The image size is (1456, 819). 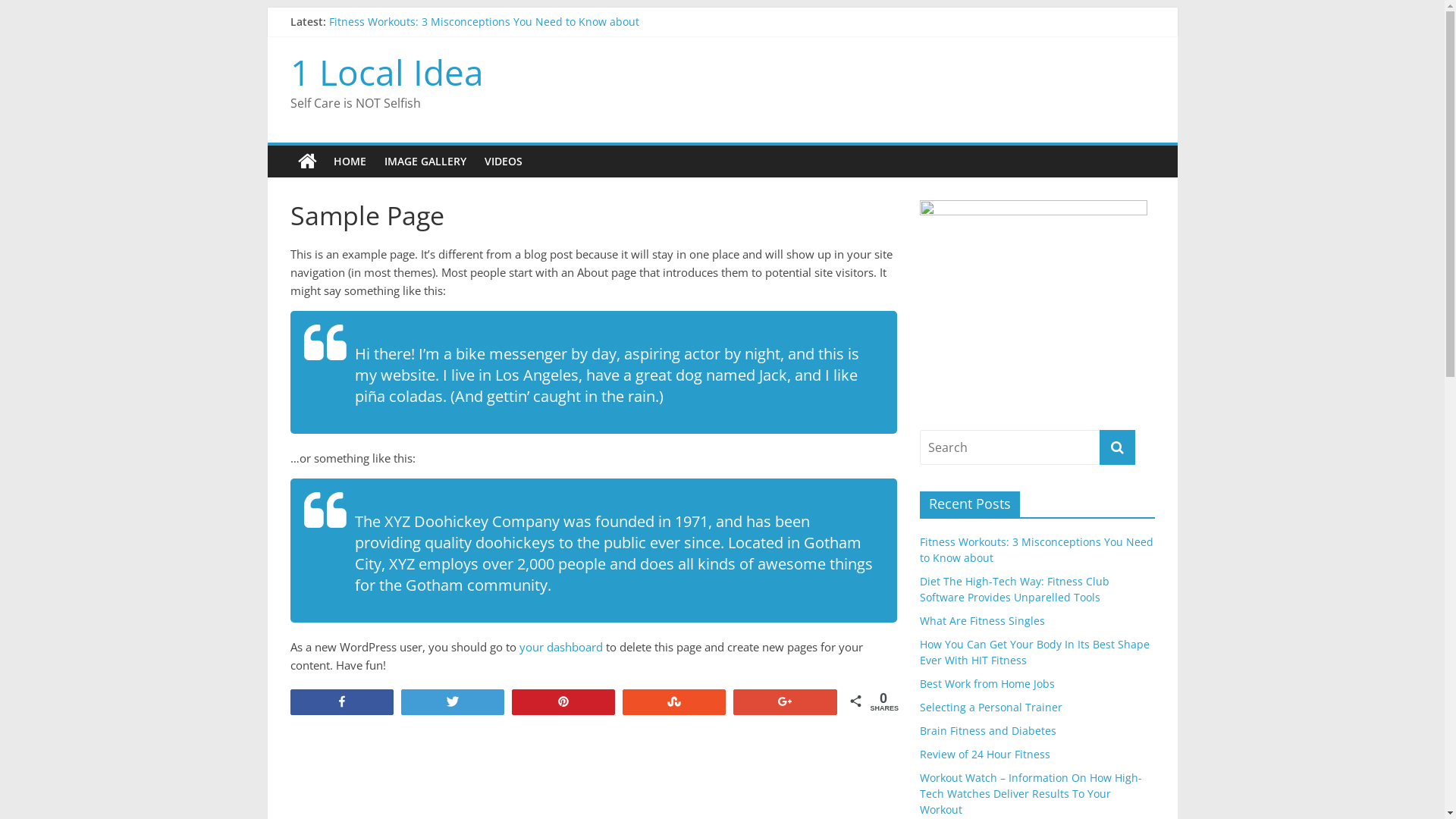 I want to click on 'Brain Fitness and Diabetes', so click(x=987, y=730).